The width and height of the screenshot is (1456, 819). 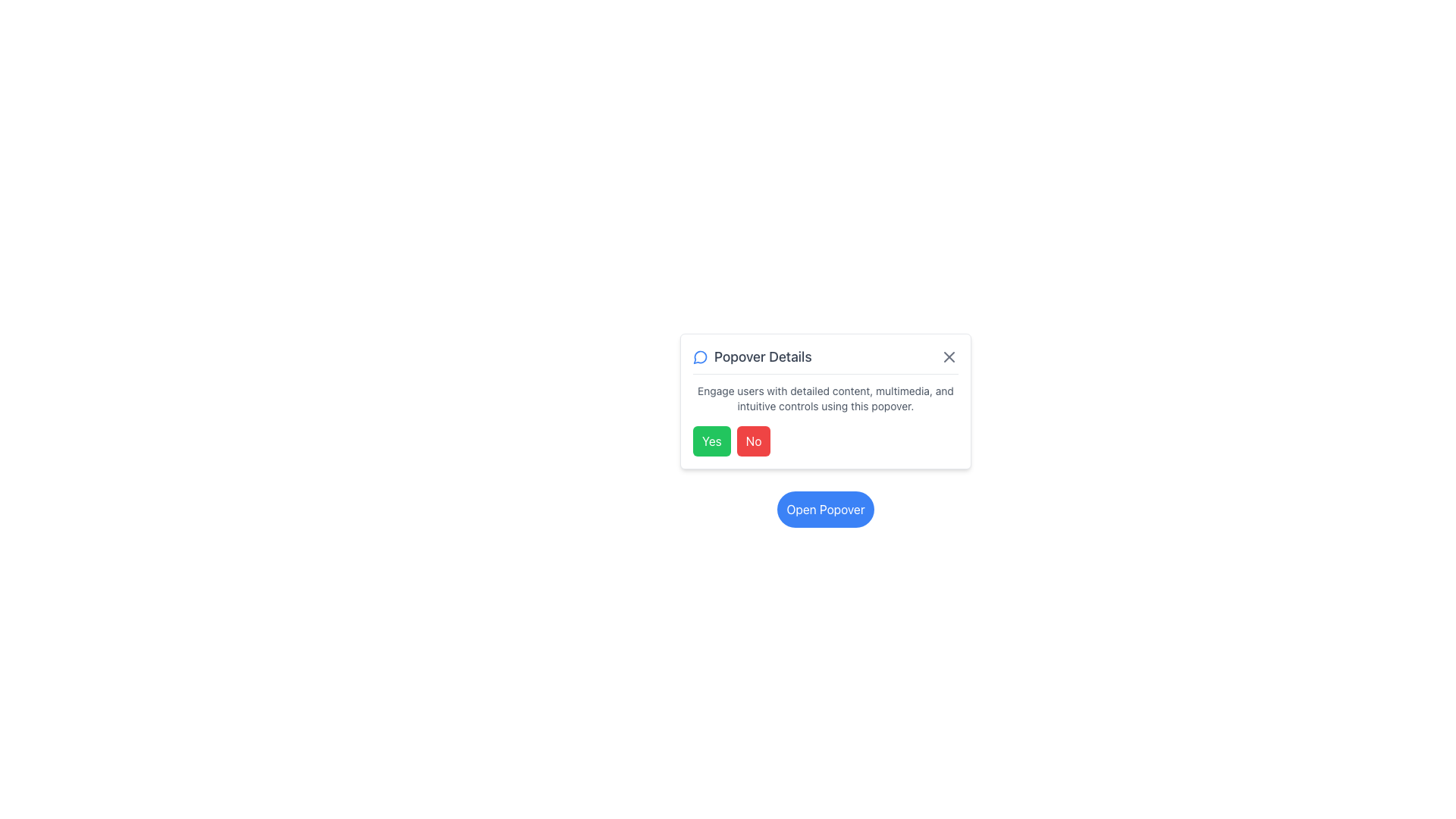 I want to click on the button with a blue background and rounded edges labeled 'Open Popover', so click(x=825, y=509).